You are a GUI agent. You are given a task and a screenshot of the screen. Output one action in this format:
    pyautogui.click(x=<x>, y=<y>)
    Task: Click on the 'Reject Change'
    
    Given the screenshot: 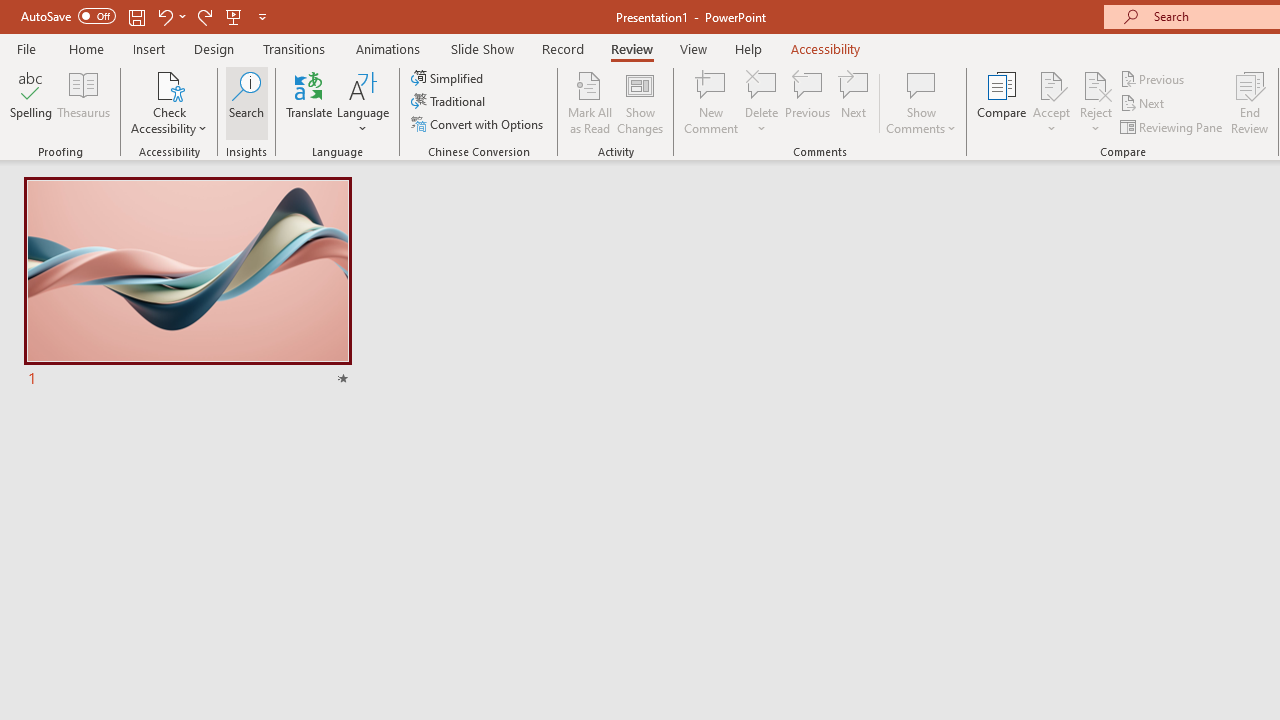 What is the action you would take?
    pyautogui.click(x=1095, y=84)
    